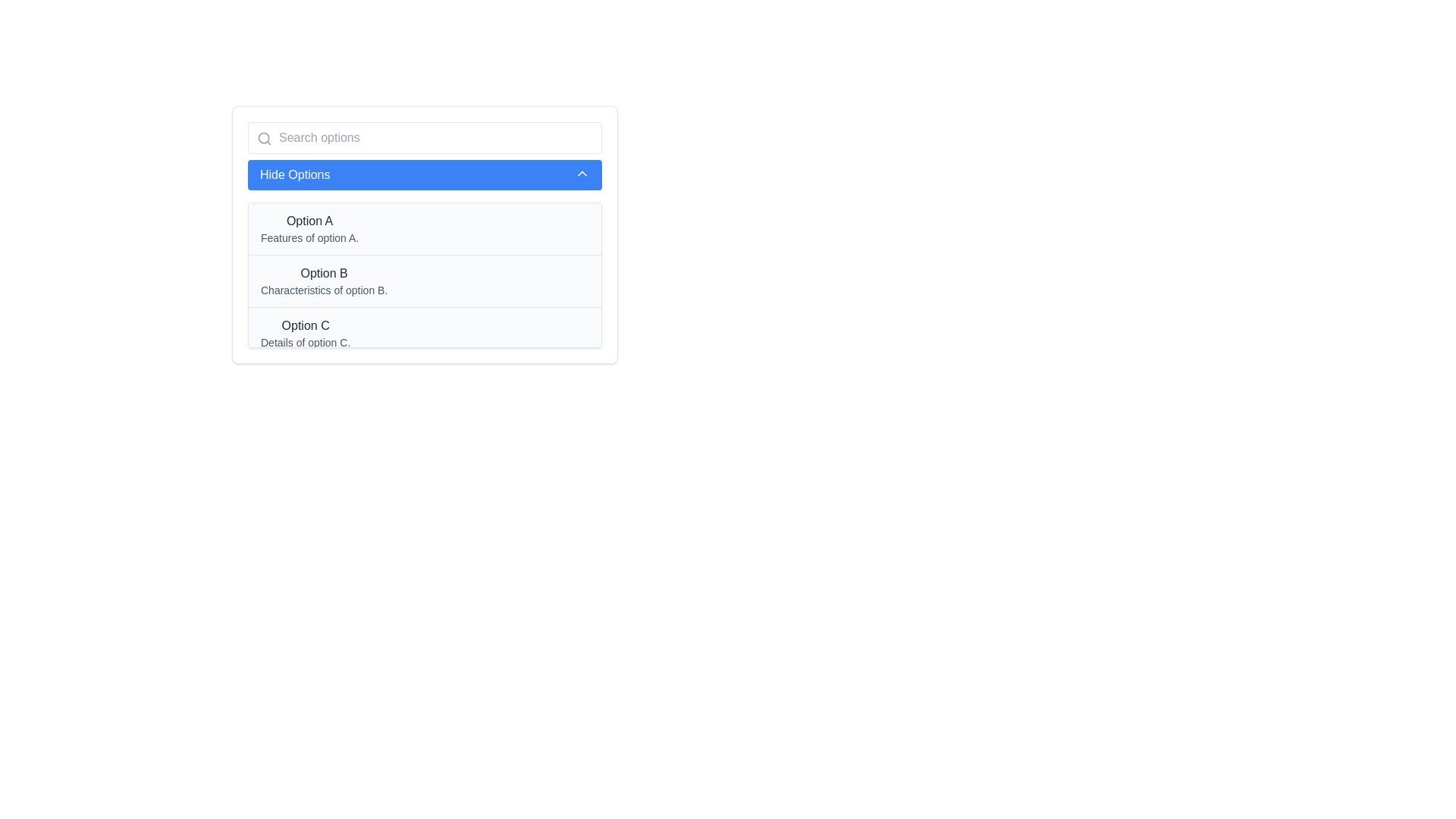 The width and height of the screenshot is (1456, 819). I want to click on the static text label for 'Option B', which serves as the label for the second option in the list, positioned above its description, so click(323, 274).